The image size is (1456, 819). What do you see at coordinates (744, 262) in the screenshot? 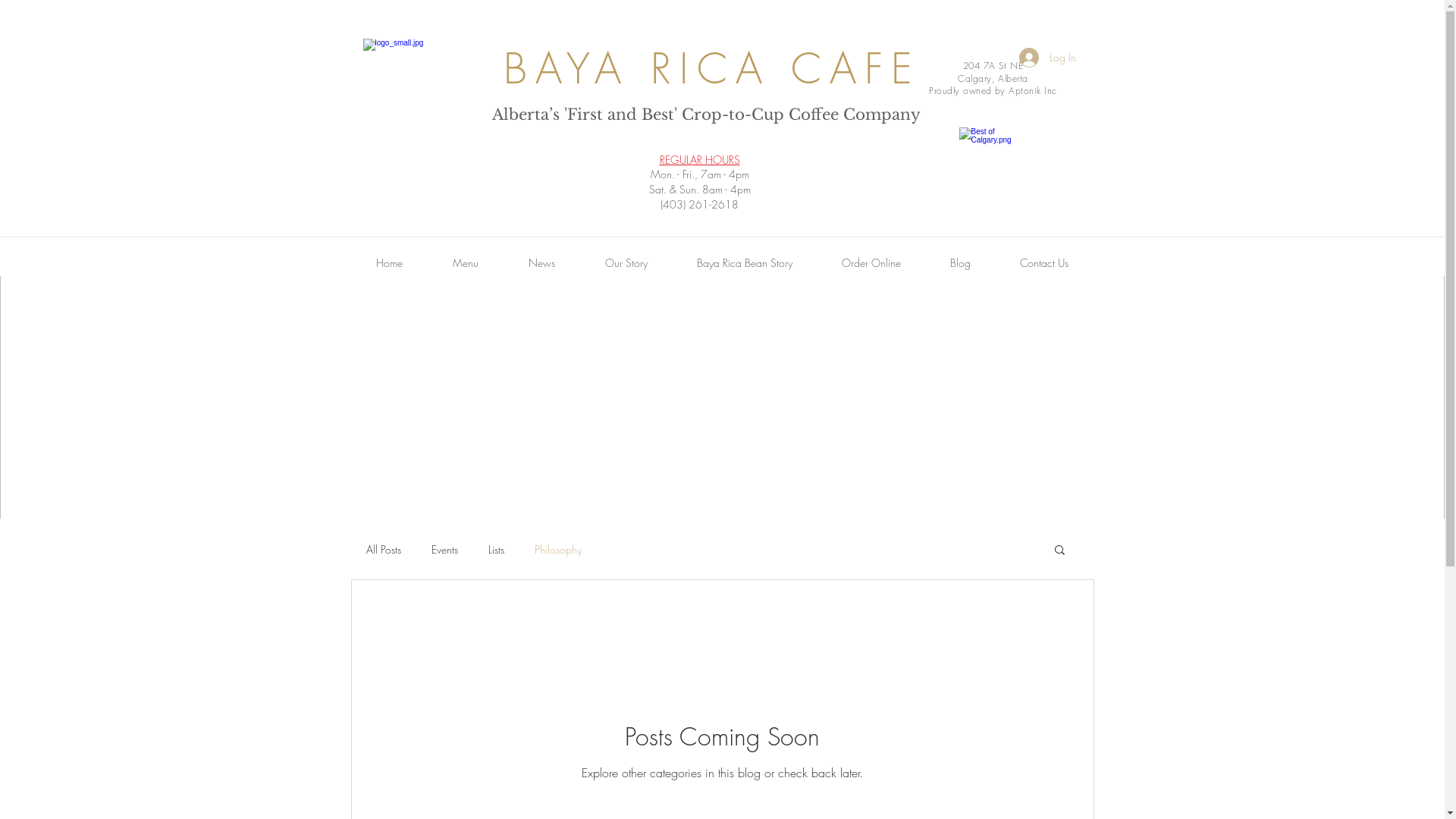
I see `'Baya Rica Bean Story'` at bounding box center [744, 262].